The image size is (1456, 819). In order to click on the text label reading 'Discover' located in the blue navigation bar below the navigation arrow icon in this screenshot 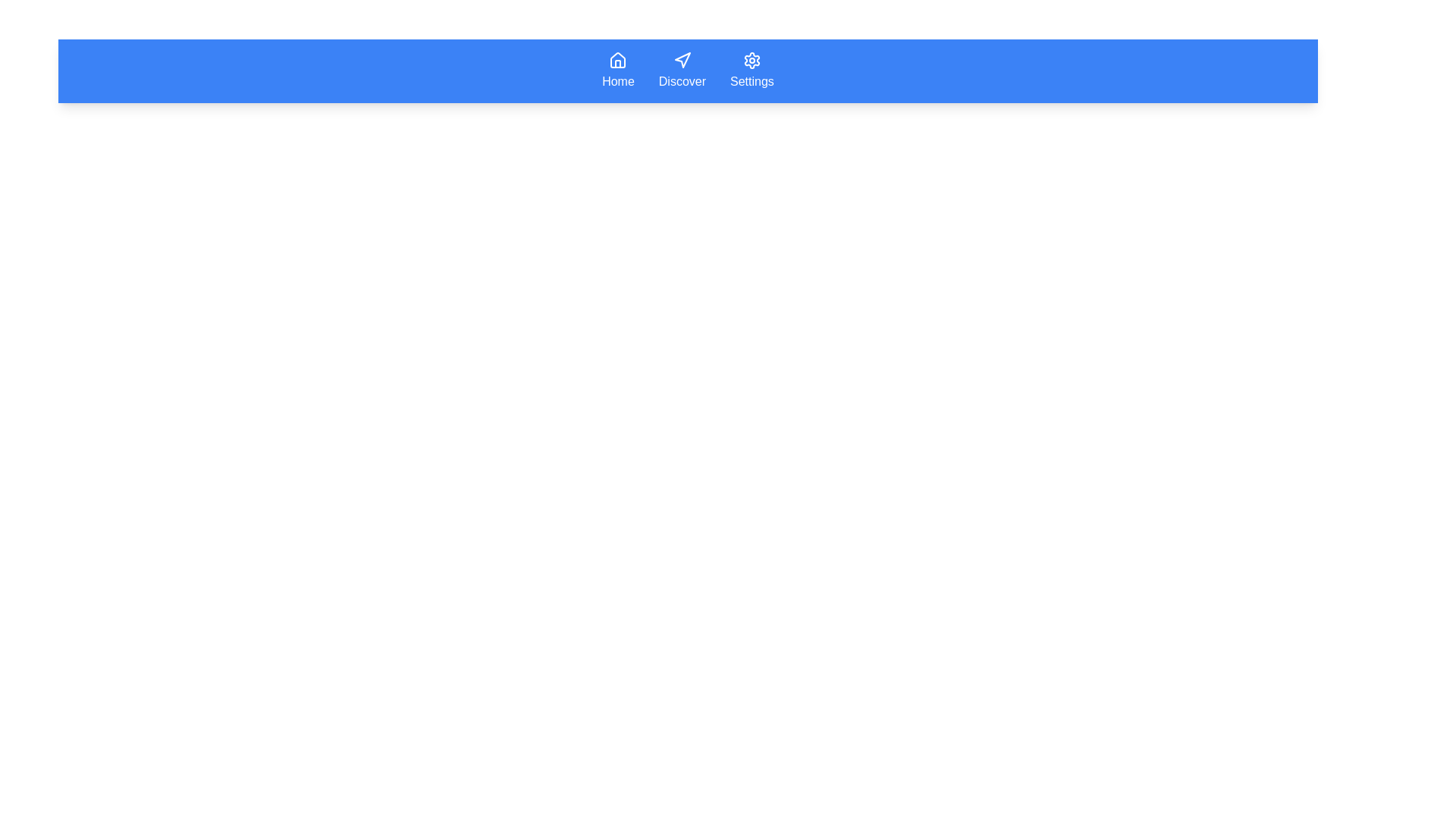, I will do `click(681, 82)`.